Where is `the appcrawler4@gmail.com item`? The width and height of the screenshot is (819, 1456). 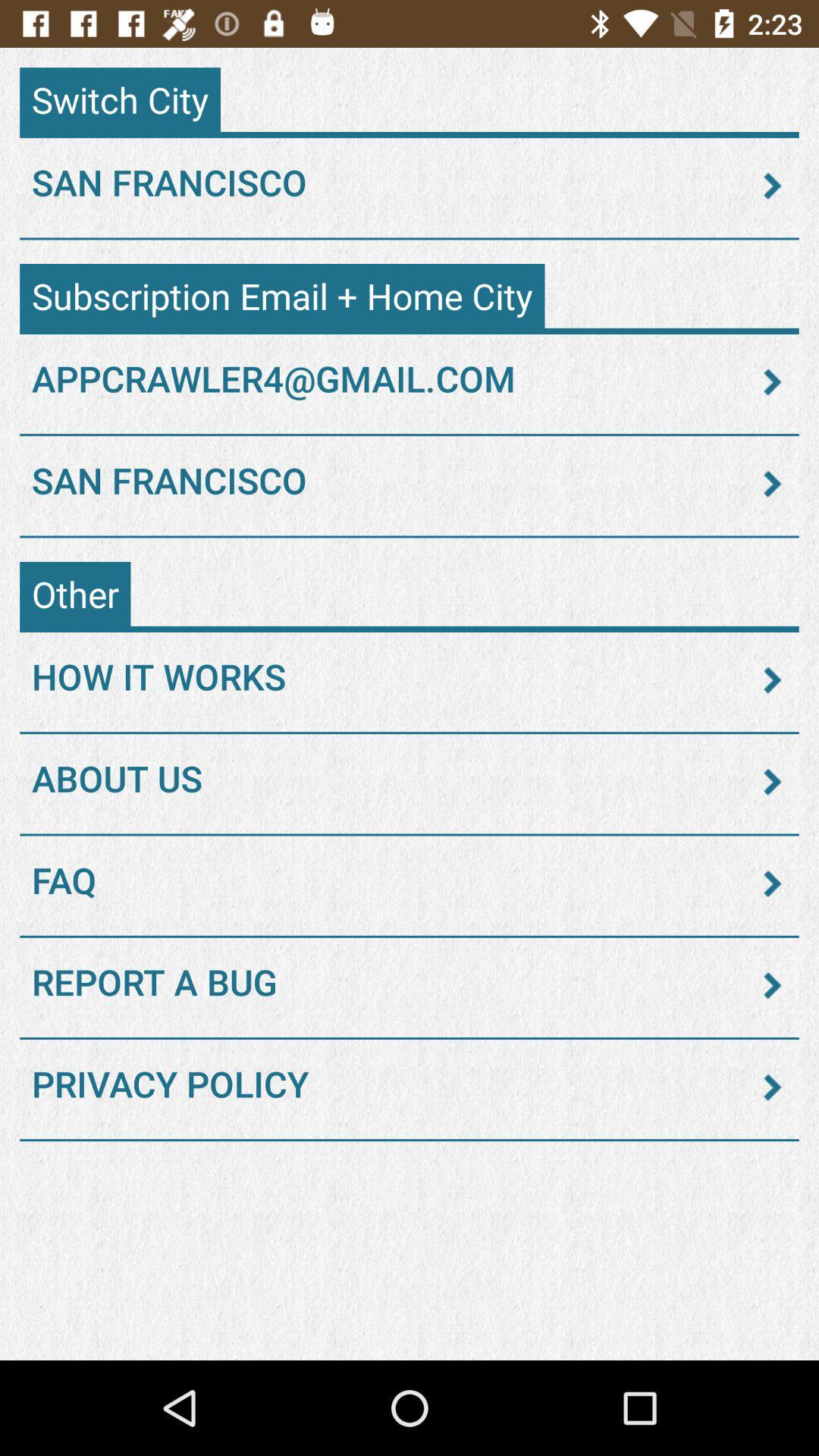
the appcrawler4@gmail.com item is located at coordinates (409, 382).